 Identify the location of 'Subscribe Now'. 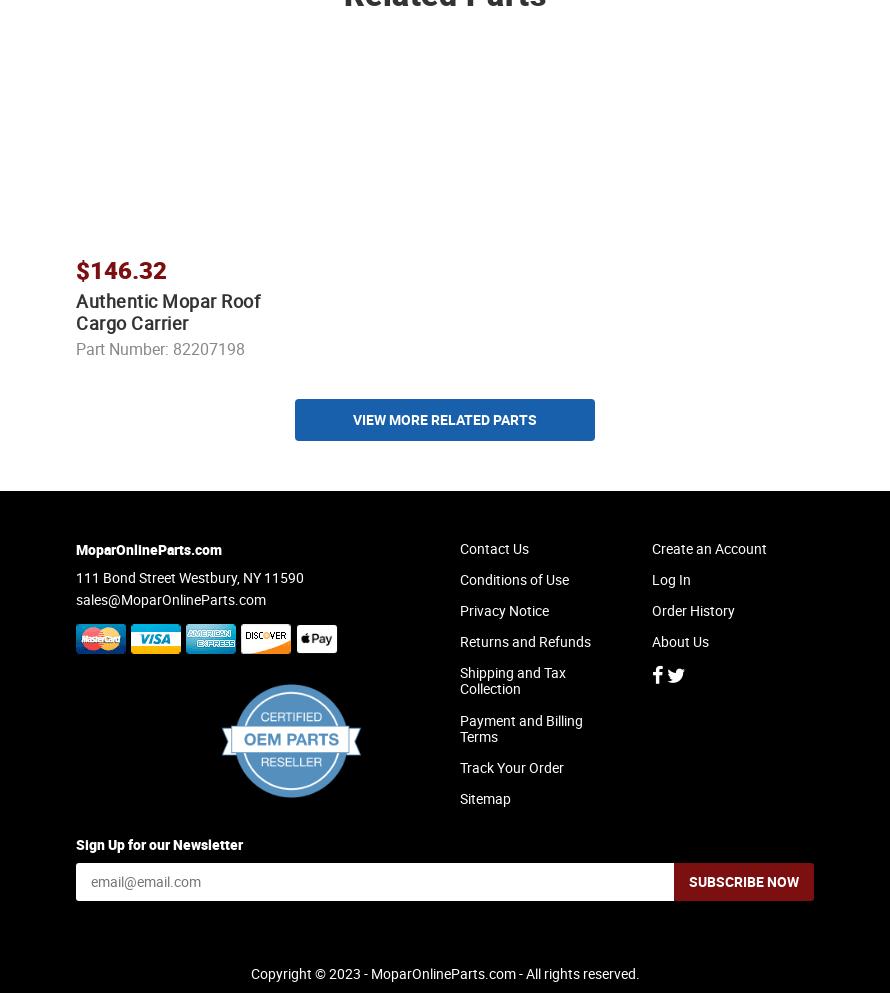
(744, 898).